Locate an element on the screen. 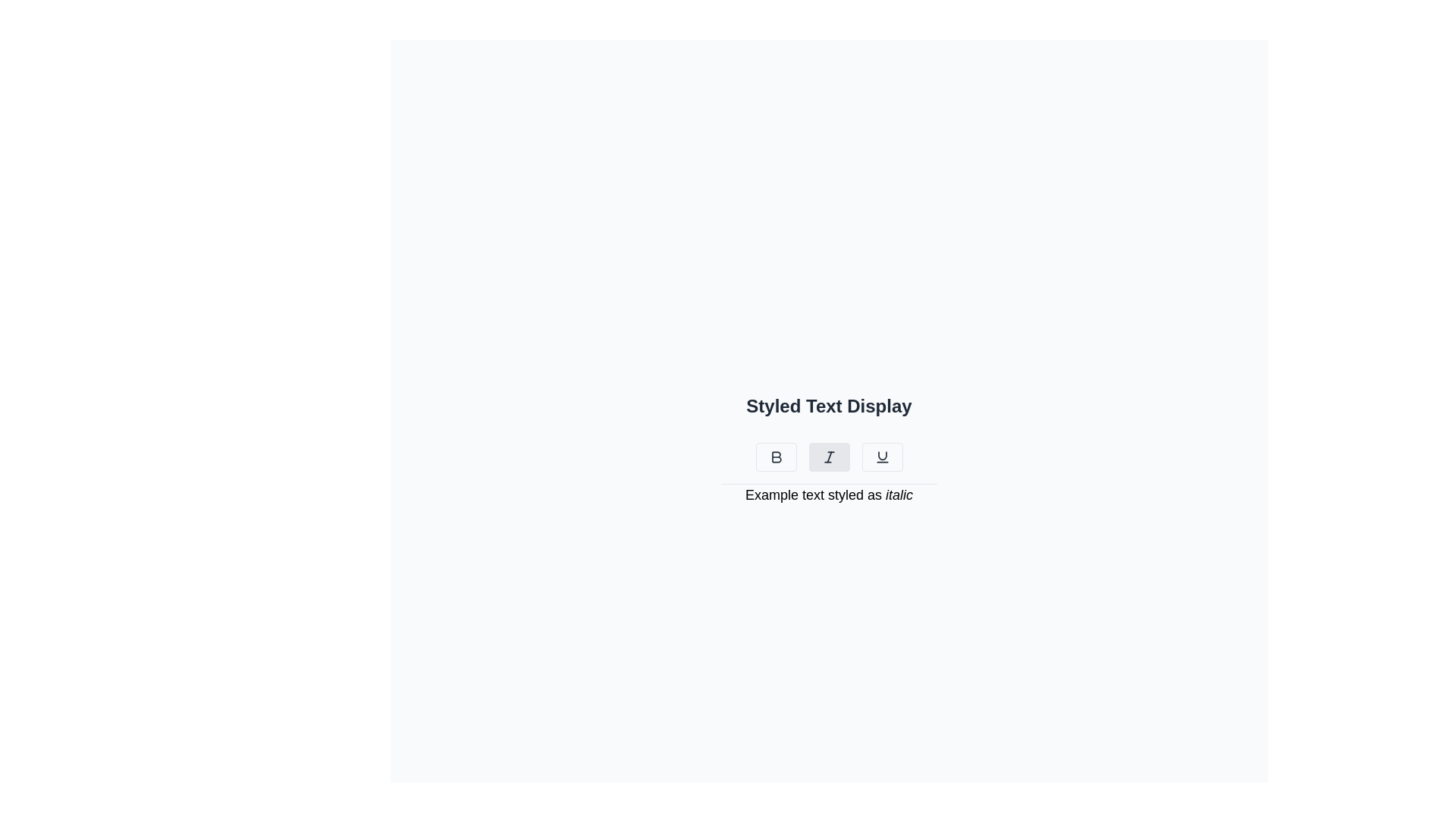 The width and height of the screenshot is (1456, 819). last word 'italic' in the sentence 'Example text styled as italic' which emphasizes the italic style, located below the title 'Styled Text Display' is located at coordinates (899, 494).